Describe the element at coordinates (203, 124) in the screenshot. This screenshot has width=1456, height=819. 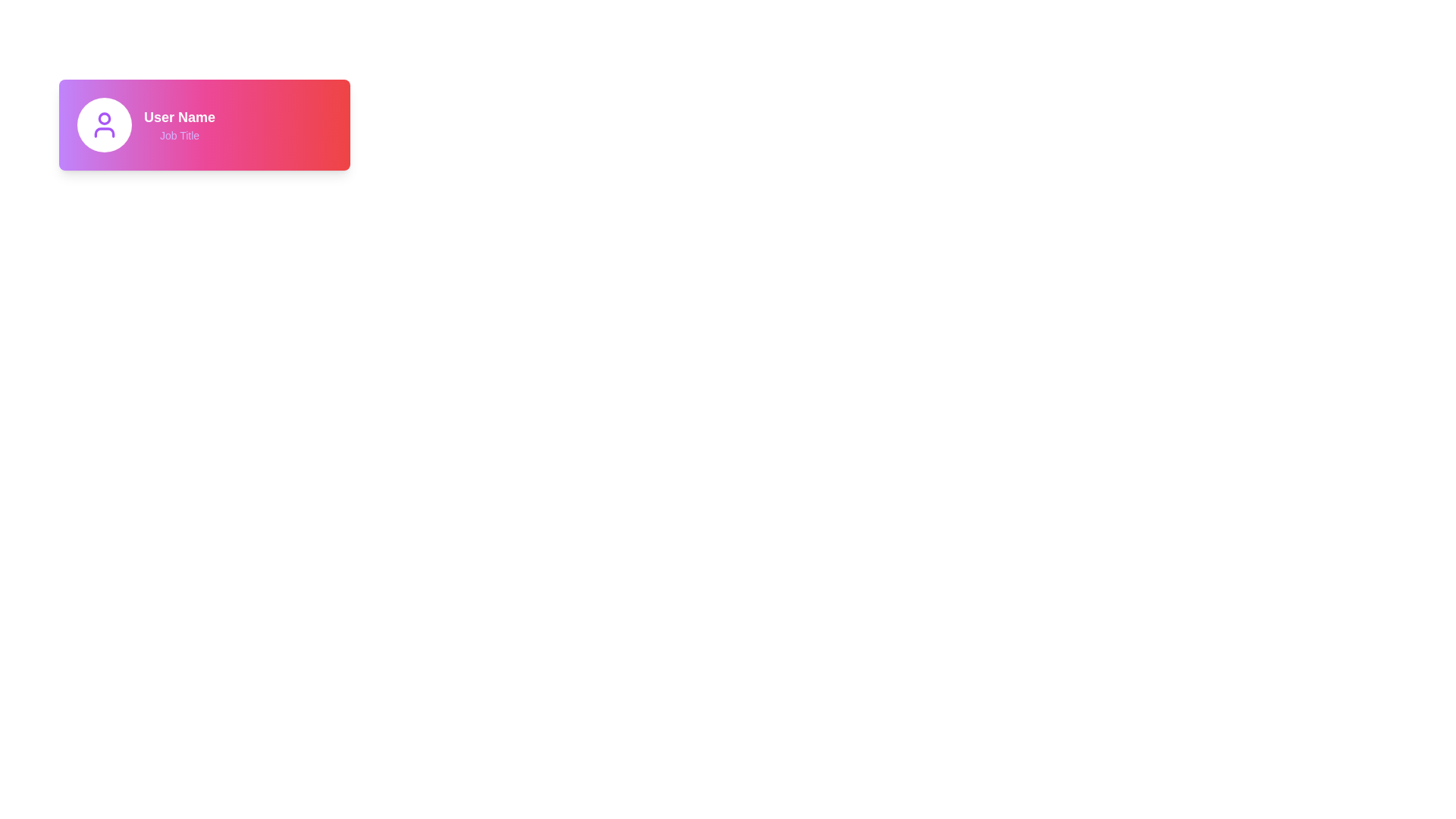
I see `the text in the Composite component that displays user information, including their name and title` at that location.